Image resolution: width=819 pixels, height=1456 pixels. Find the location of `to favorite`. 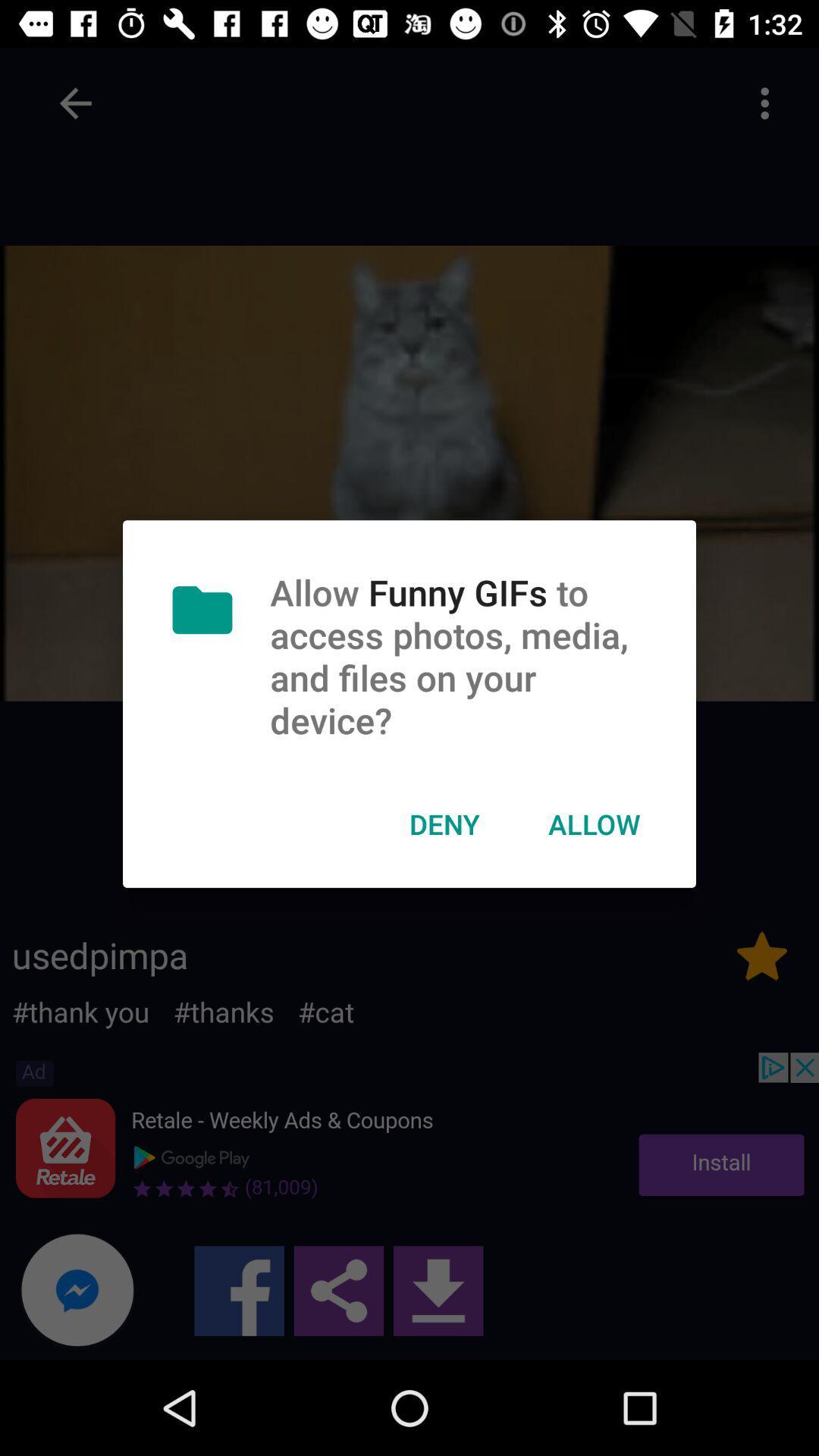

to favorite is located at coordinates (762, 955).